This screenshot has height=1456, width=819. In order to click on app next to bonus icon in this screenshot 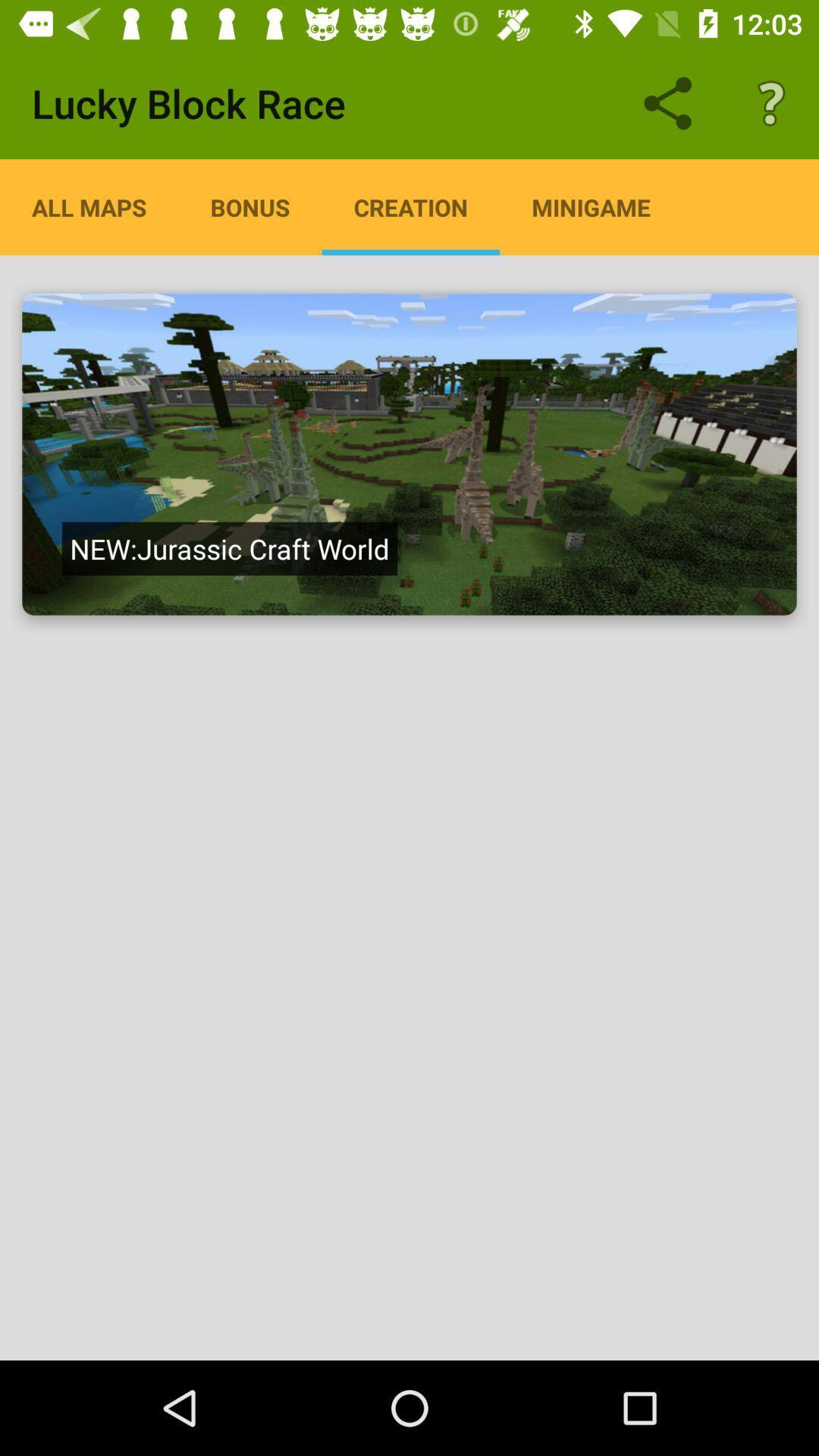, I will do `click(410, 206)`.